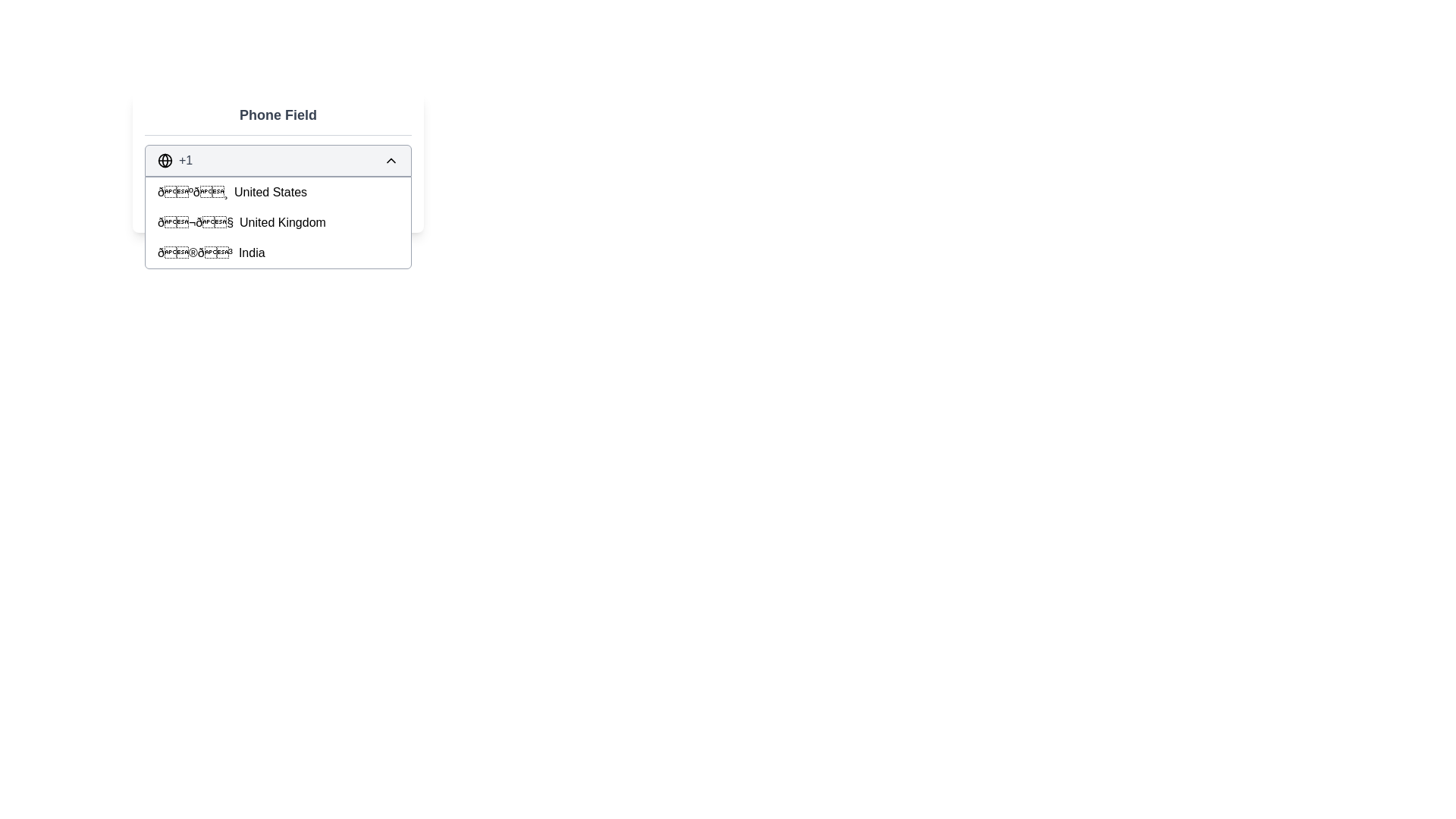 Image resolution: width=1456 pixels, height=819 pixels. I want to click on the '+1' text label representing the country code for the United States within the dropdown menu below the 'Phone Field' header, so click(184, 161).